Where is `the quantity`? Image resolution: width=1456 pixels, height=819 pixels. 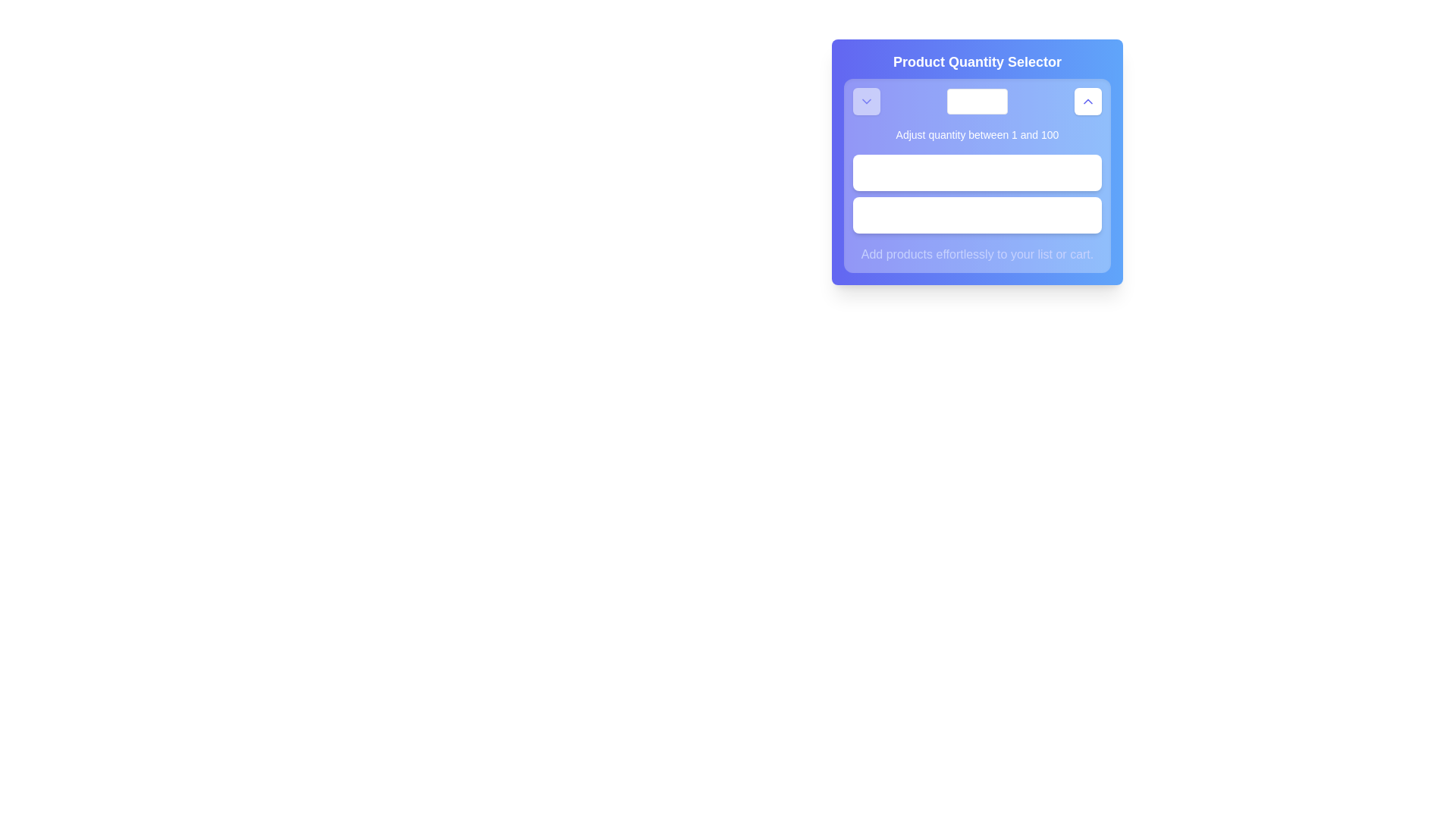 the quantity is located at coordinates (977, 171).